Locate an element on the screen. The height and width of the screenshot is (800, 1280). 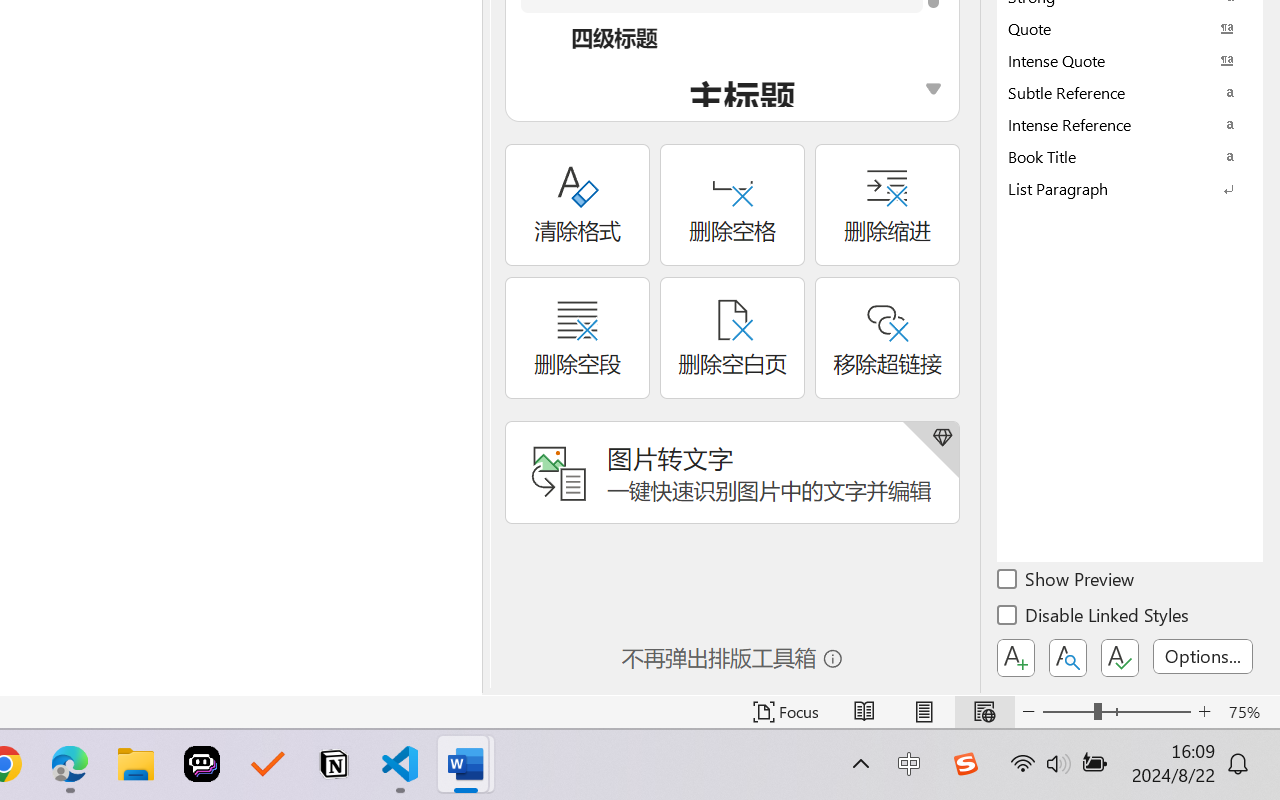
'Class: NetUIButton' is located at coordinates (1120, 657).